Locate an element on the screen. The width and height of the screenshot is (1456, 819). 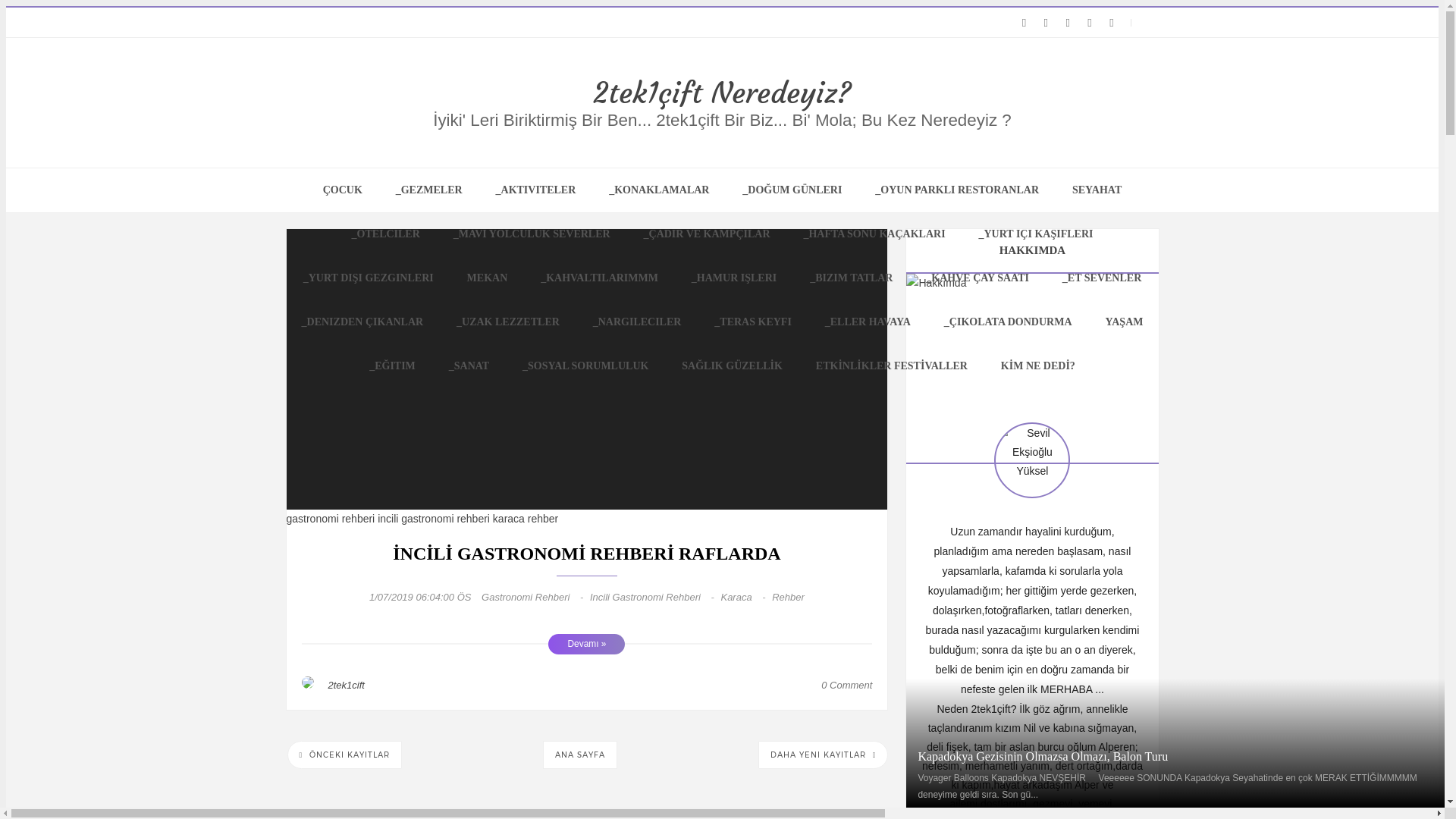
'2tek1cift' is located at coordinates (345, 685).